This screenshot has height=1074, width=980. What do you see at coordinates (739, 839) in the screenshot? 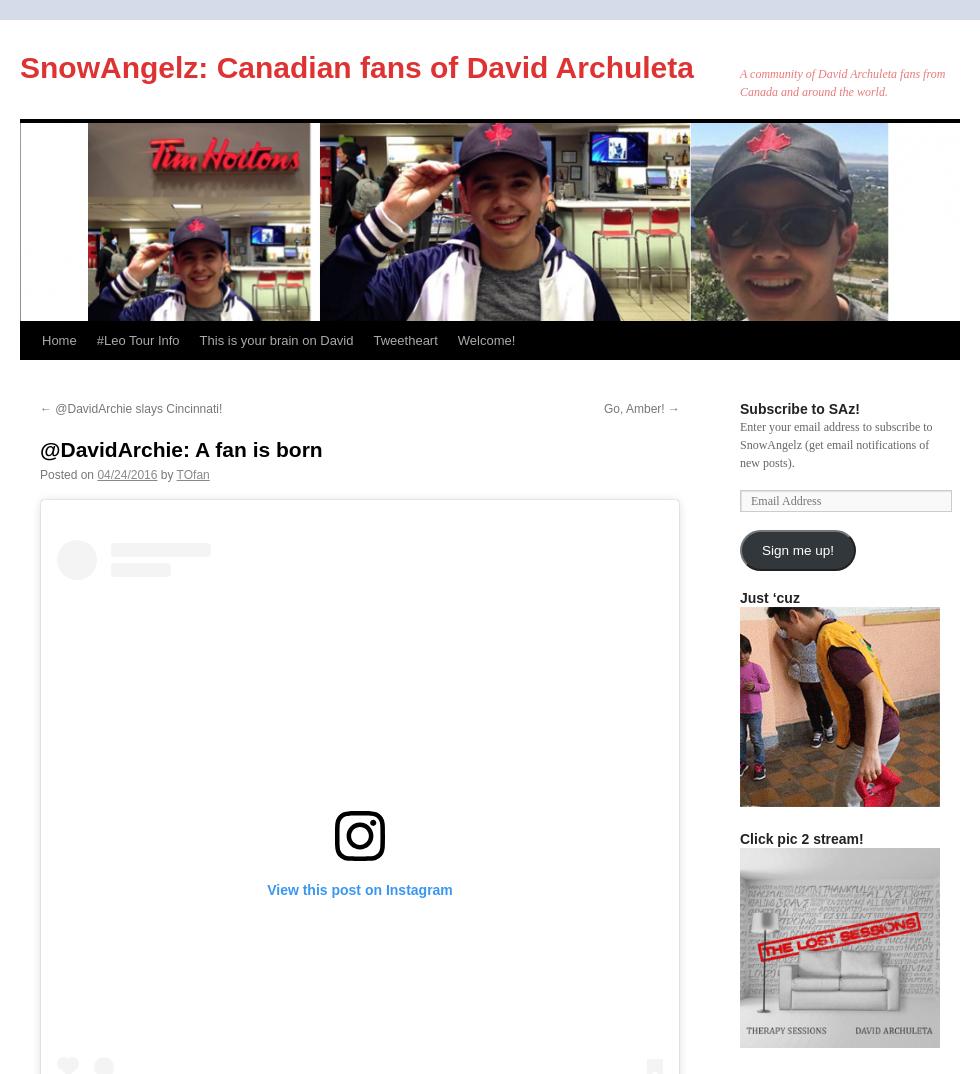
I see `'Click pic 2 stream!'` at bounding box center [739, 839].